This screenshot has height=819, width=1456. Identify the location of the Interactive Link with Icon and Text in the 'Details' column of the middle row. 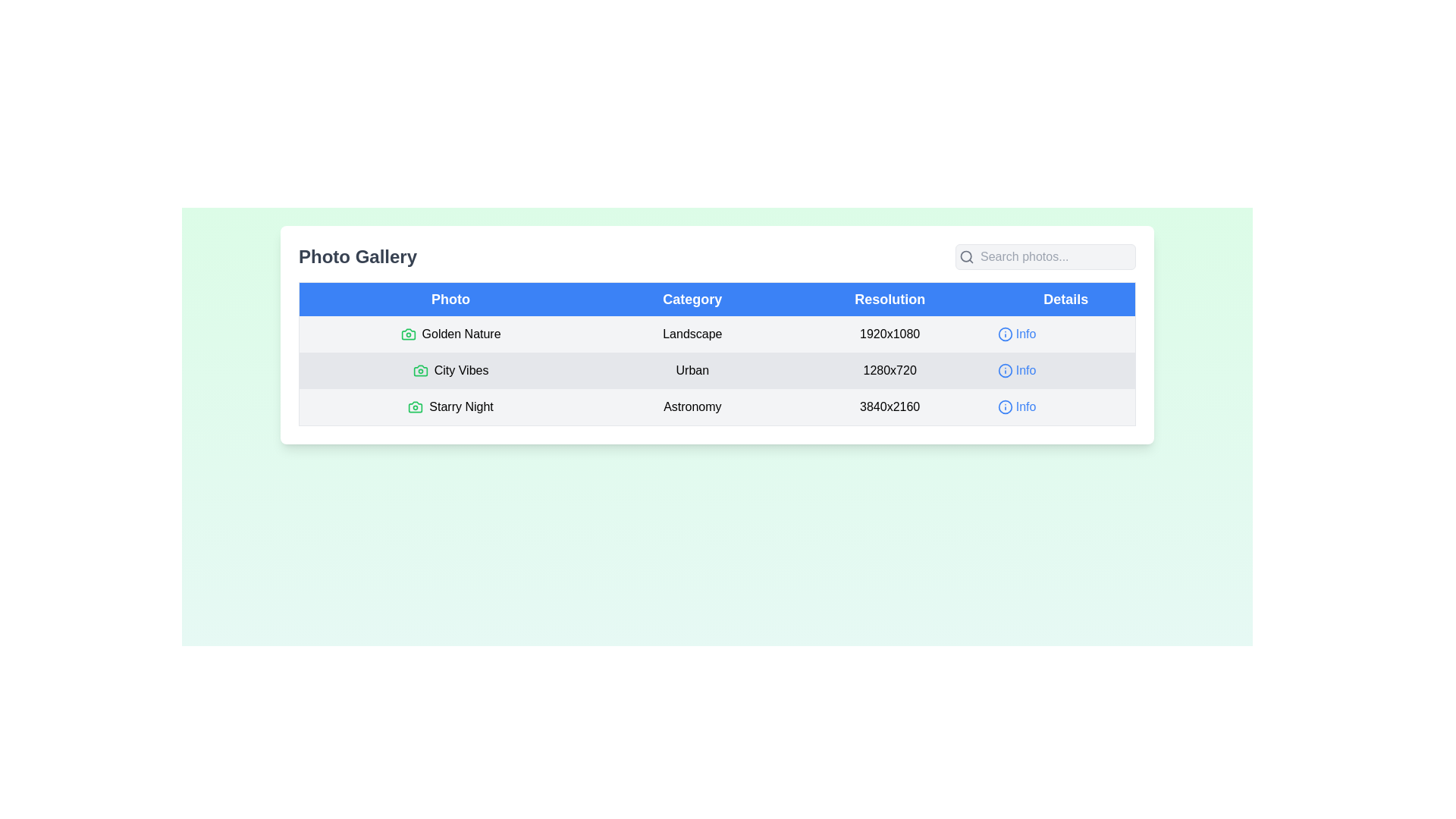
(1017, 371).